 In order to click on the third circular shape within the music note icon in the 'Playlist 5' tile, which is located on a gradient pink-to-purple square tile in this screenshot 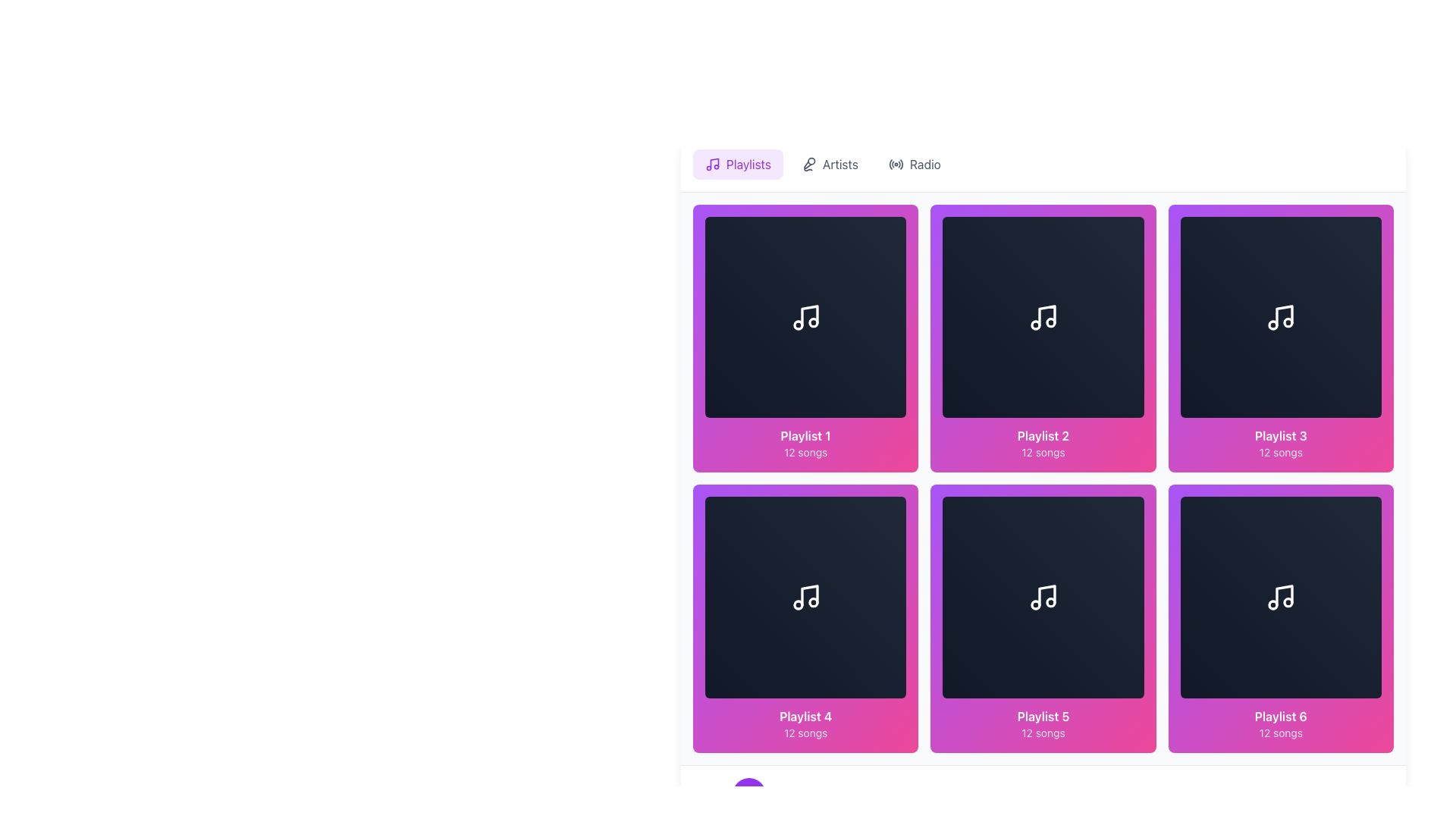, I will do `click(1050, 601)`.